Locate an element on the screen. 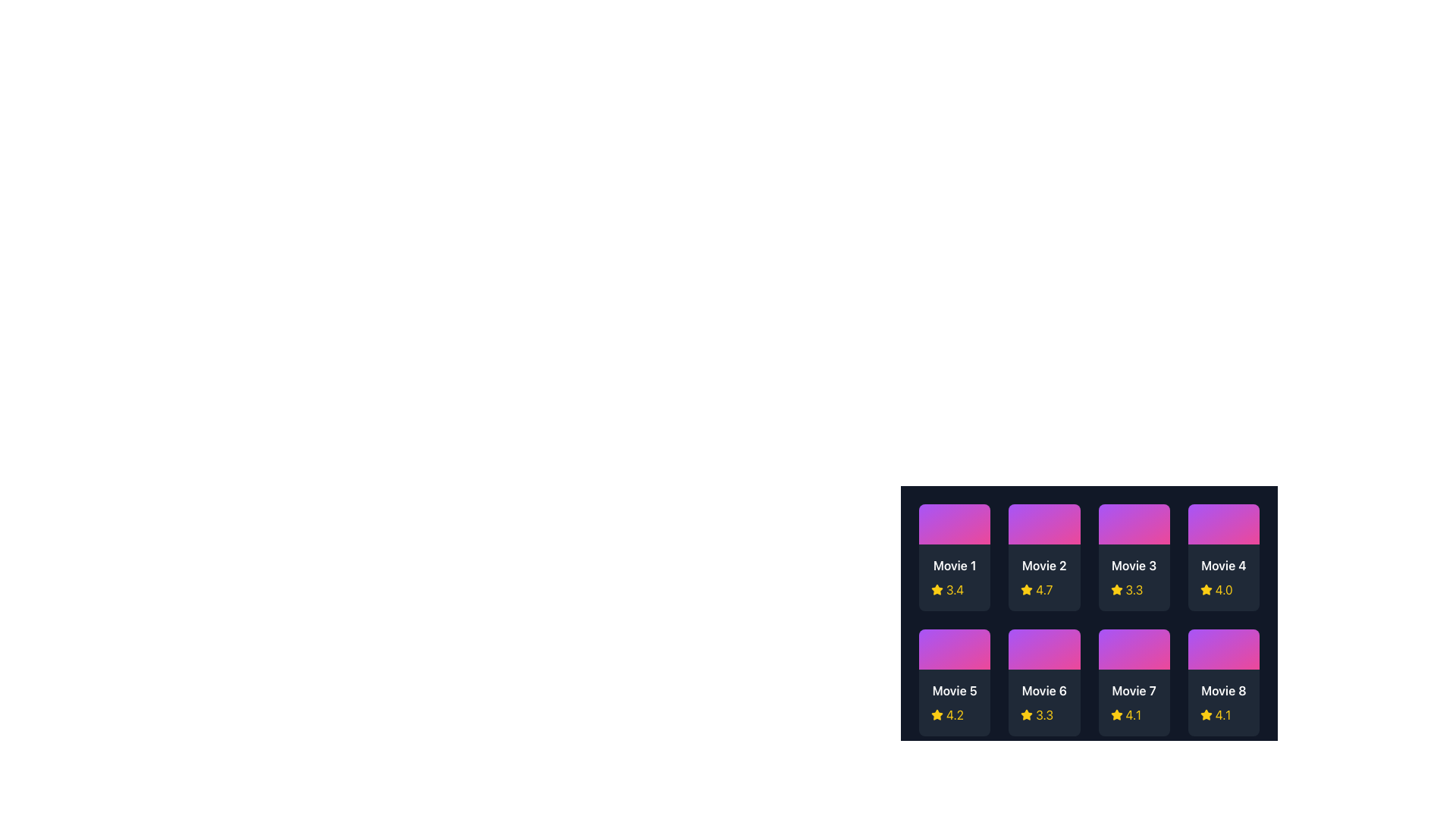  the static informational component displaying the title 'Movie 7' with a rating of '4.1' and a yellow star icon, located in the second row, third column of the grid layout is located at coordinates (1134, 703).